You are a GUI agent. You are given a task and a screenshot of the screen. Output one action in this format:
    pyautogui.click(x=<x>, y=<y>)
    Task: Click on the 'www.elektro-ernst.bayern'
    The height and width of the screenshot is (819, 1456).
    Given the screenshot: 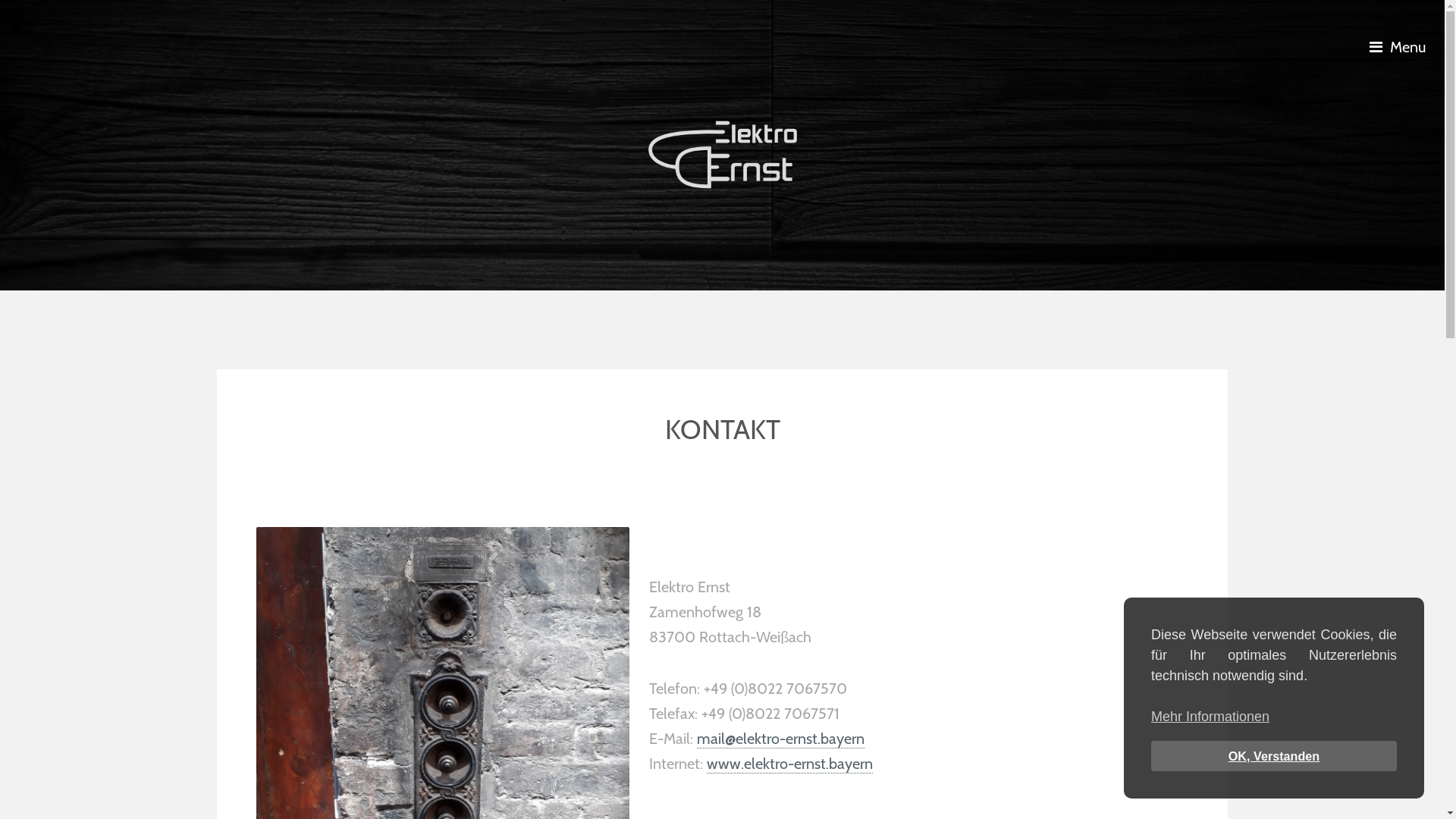 What is the action you would take?
    pyautogui.click(x=789, y=764)
    